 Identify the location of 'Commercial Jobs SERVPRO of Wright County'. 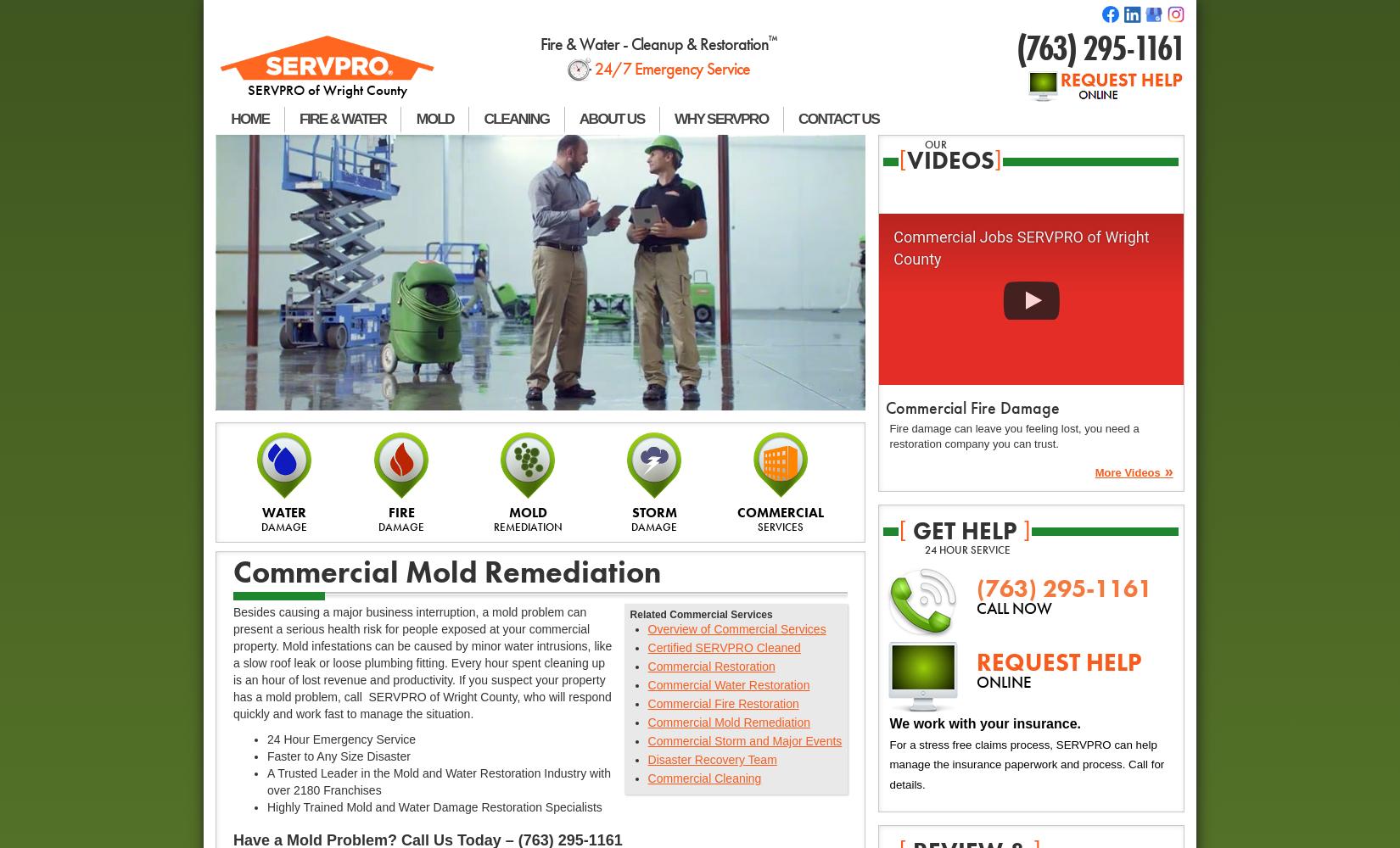
(1021, 247).